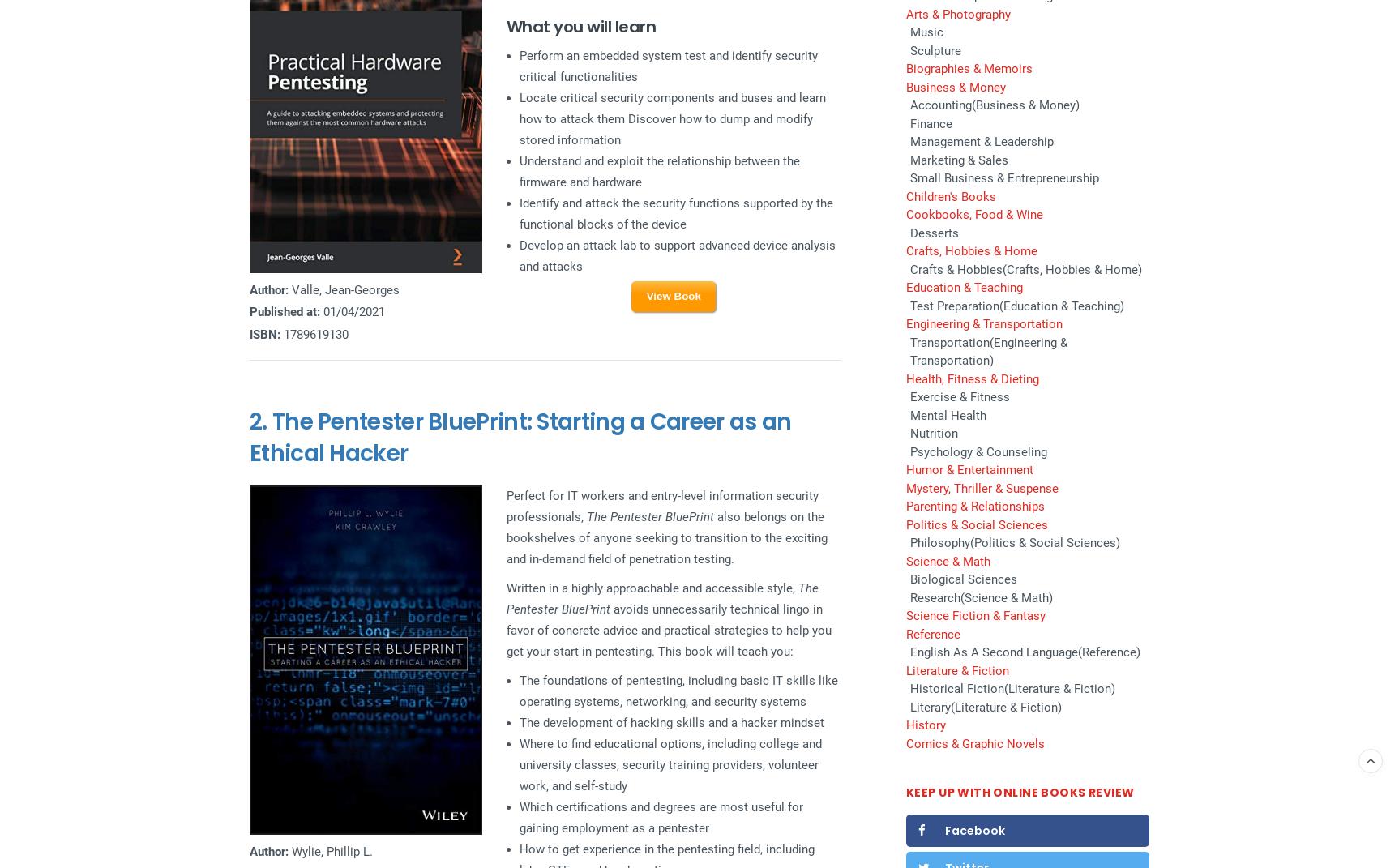 The image size is (1399, 868). I want to click on 'Perfect for IT workers and entry-level information security professionals,', so click(661, 506).